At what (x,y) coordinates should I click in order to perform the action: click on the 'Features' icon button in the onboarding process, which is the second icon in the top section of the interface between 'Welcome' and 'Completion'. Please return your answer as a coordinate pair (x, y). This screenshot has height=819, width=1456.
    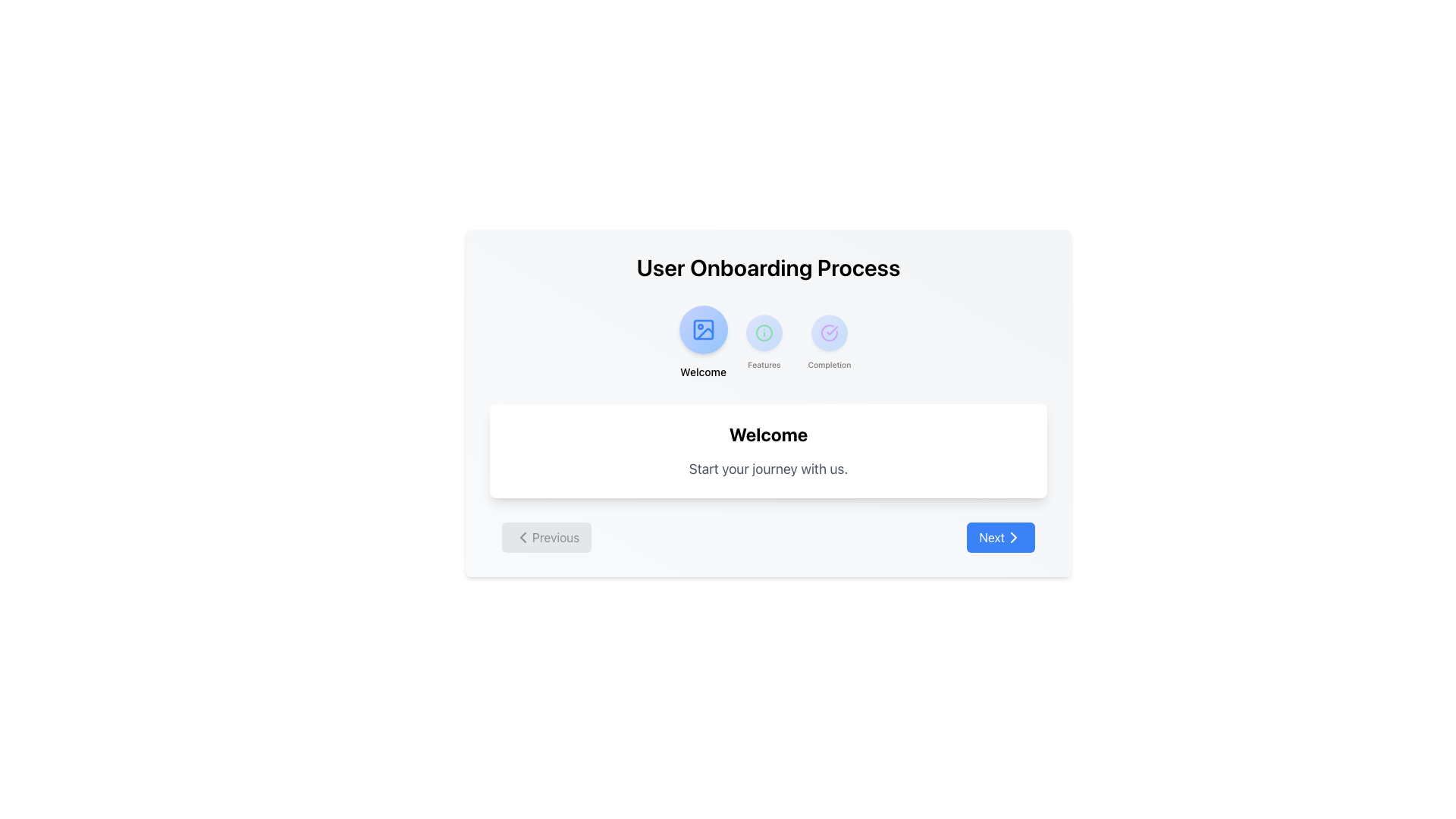
    Looking at the image, I should click on (764, 332).